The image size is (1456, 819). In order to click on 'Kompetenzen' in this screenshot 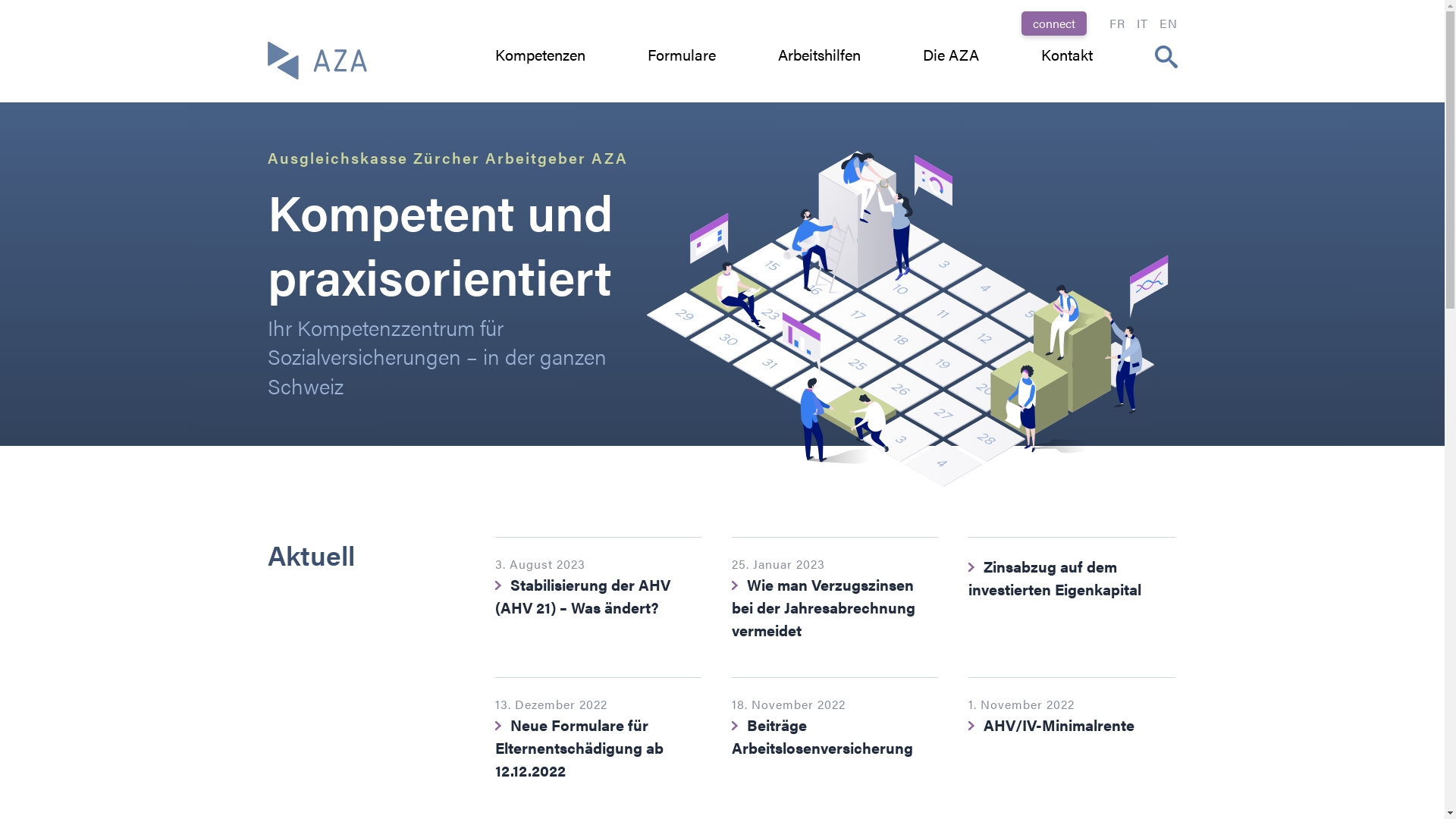, I will do `click(539, 54)`.